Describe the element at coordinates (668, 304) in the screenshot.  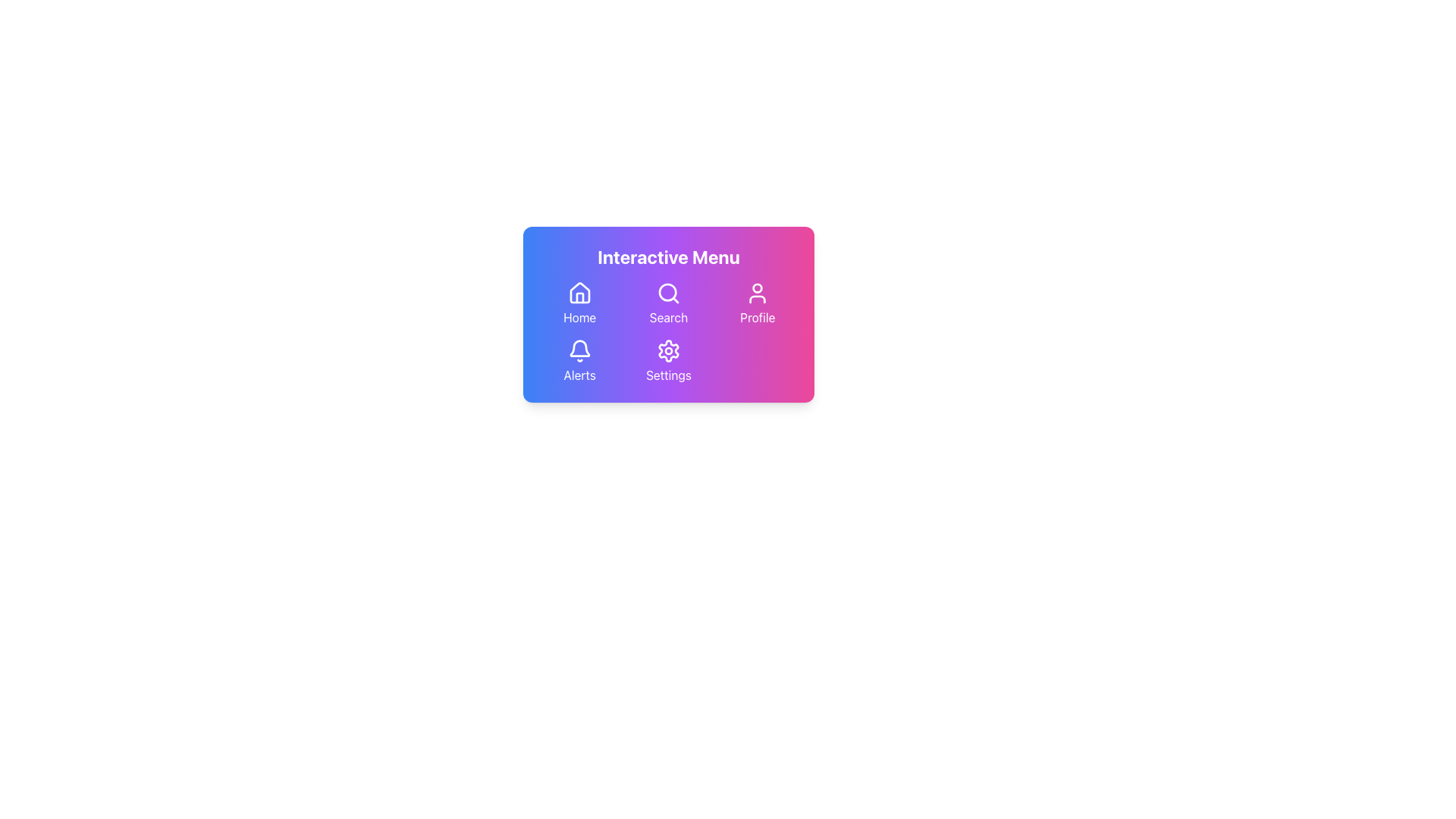
I see `the second button in the three-column grid layout to initiate a search action` at that location.